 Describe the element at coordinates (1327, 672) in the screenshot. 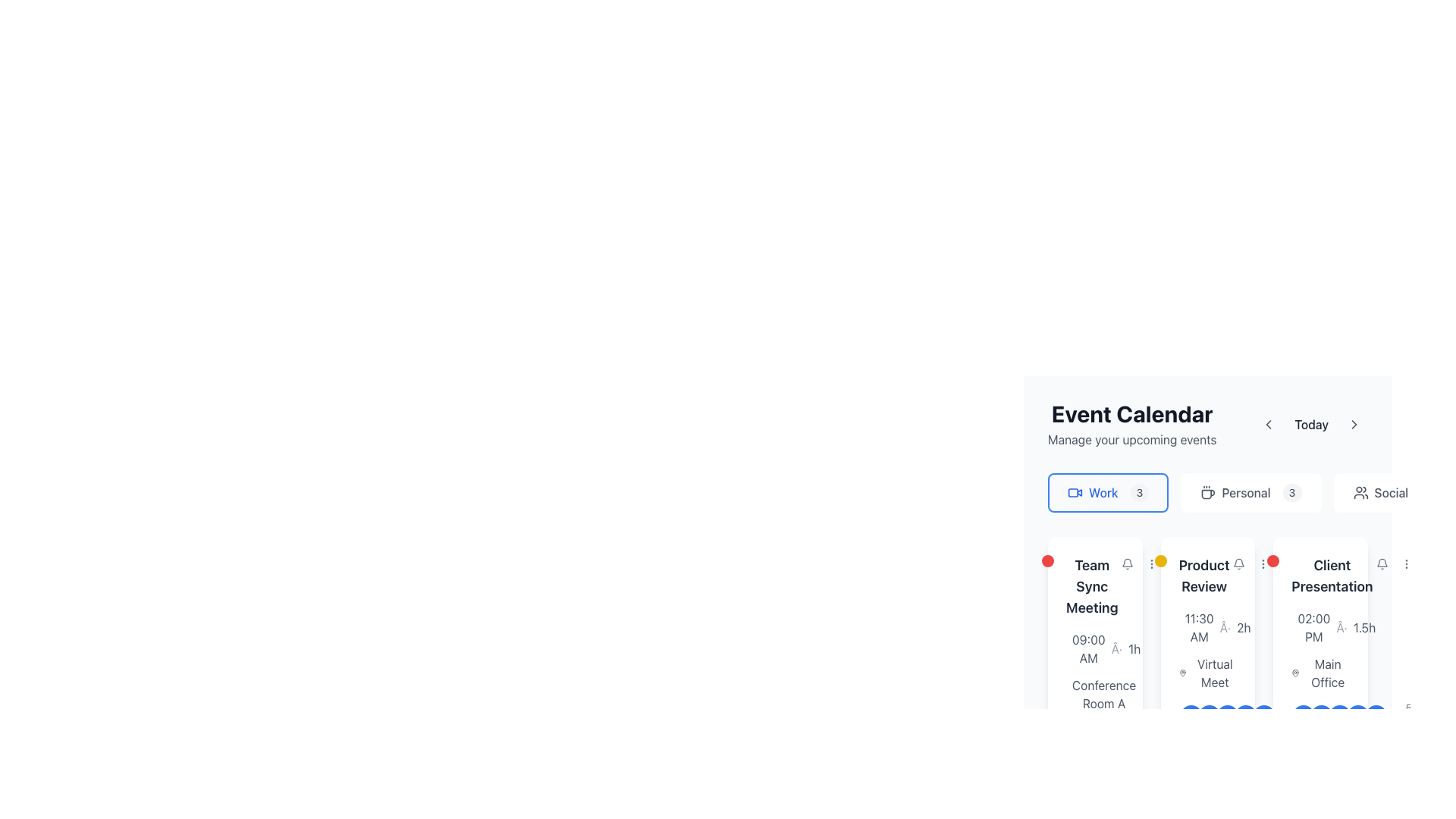

I see `the location label for the 'Client Presentation' event, which is positioned on the right side of the interface within its detail card` at that location.